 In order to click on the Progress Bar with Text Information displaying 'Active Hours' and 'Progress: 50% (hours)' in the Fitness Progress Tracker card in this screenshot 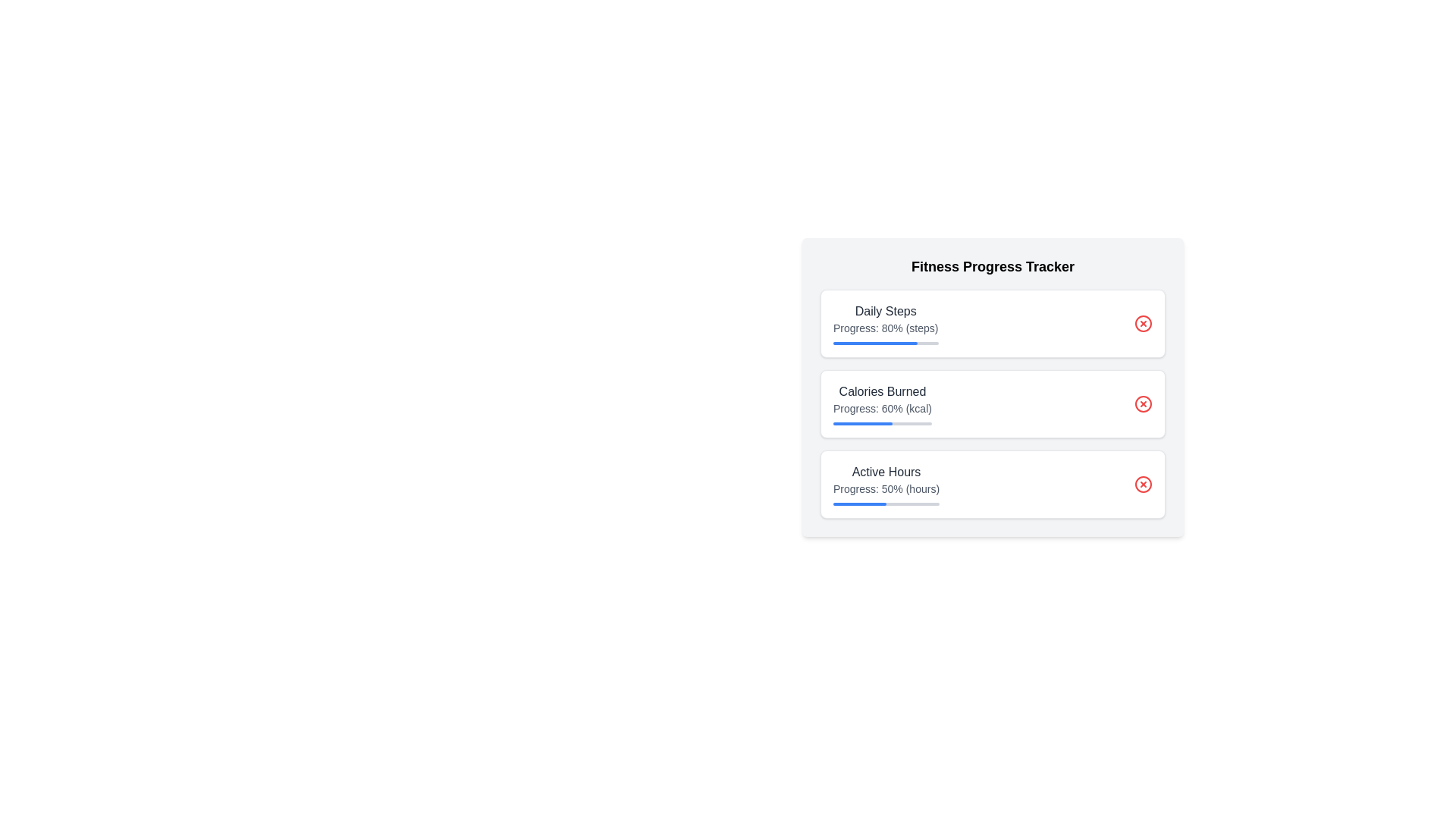, I will do `click(886, 485)`.